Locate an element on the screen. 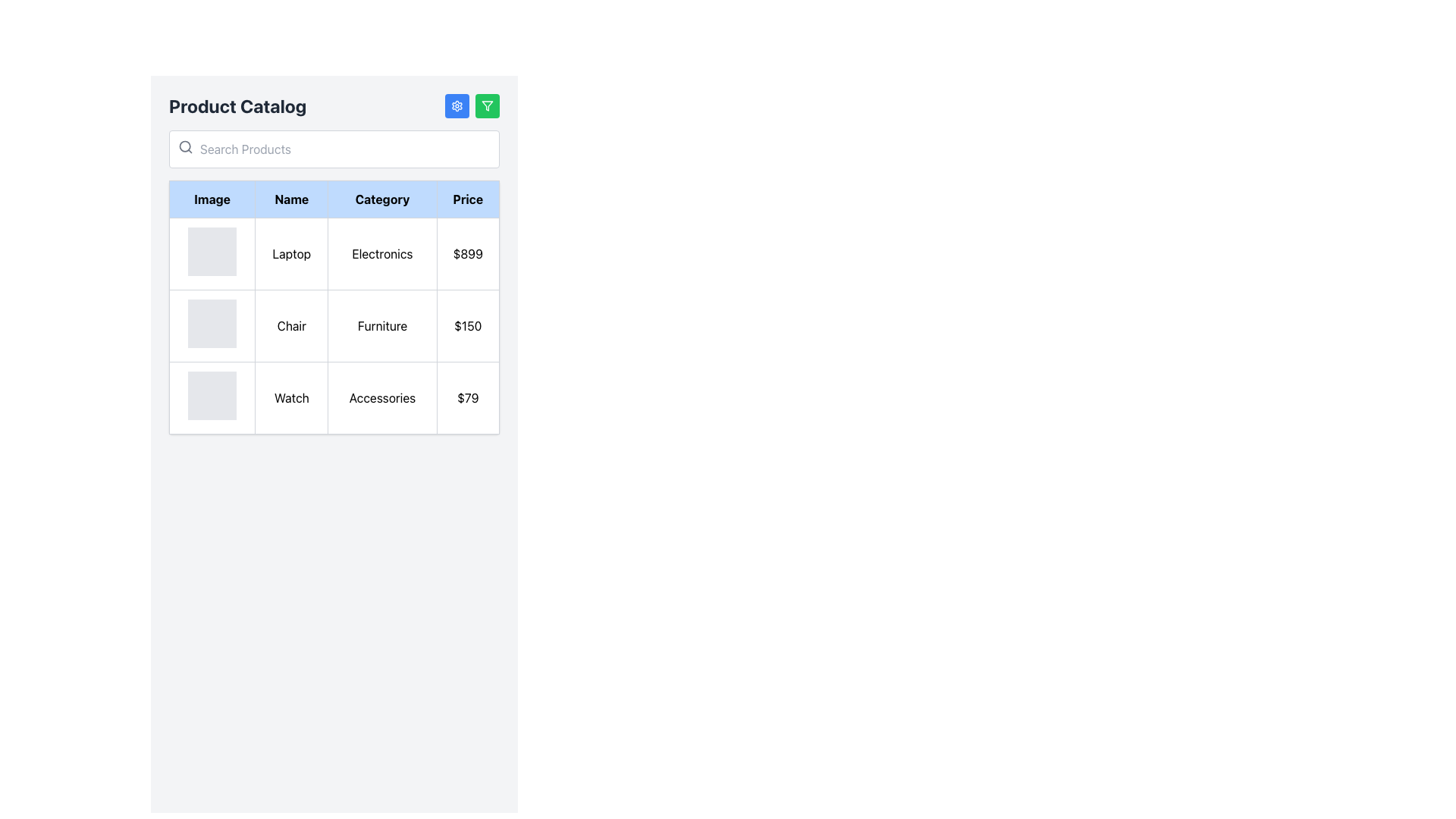  the circular part of the magnifying glass icon representing the search feature, located in the top left section of the interface, adjacent to the search bar is located at coordinates (184, 146).